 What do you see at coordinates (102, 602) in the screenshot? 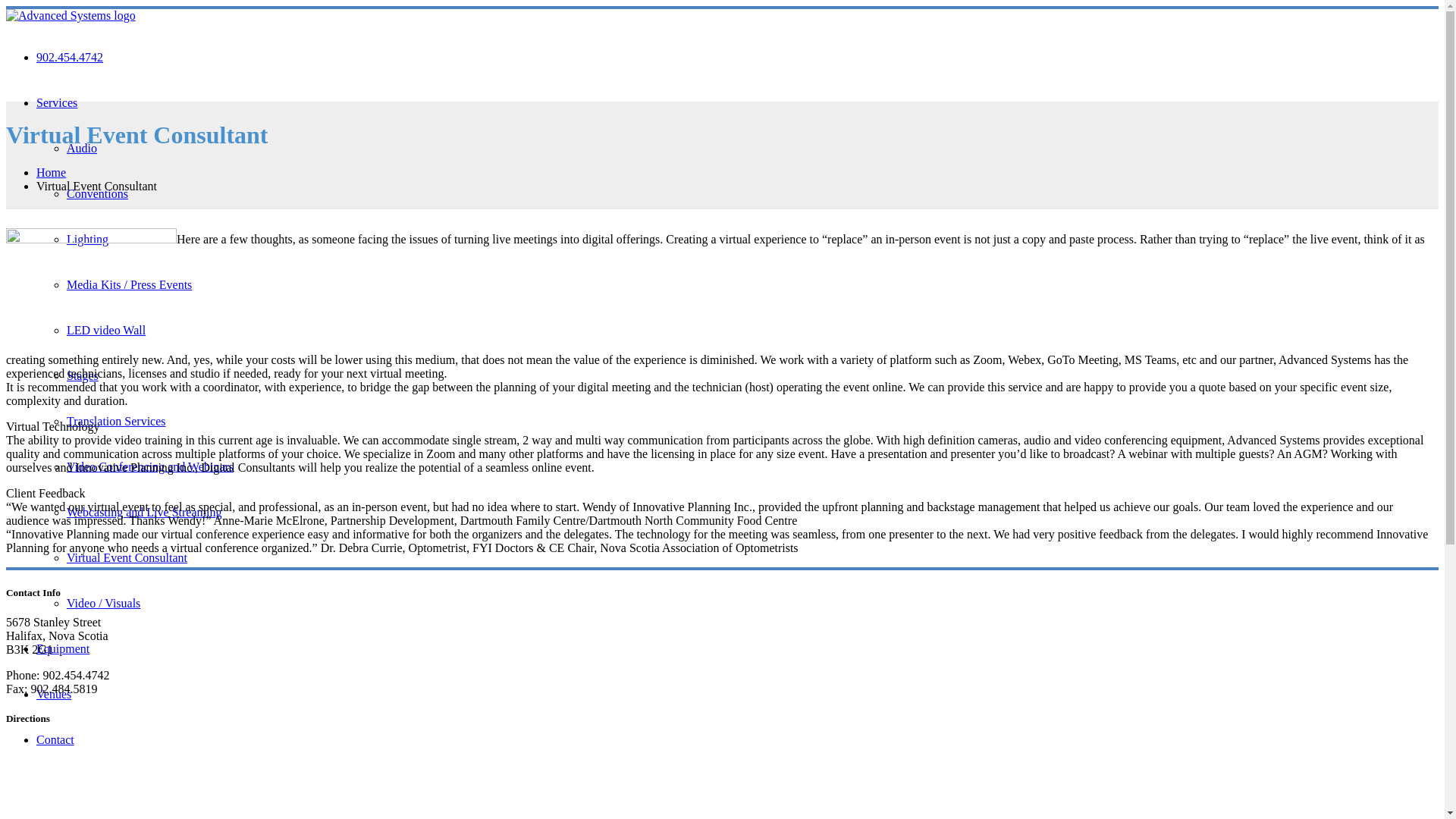
I see `'Video / Visuals'` at bounding box center [102, 602].